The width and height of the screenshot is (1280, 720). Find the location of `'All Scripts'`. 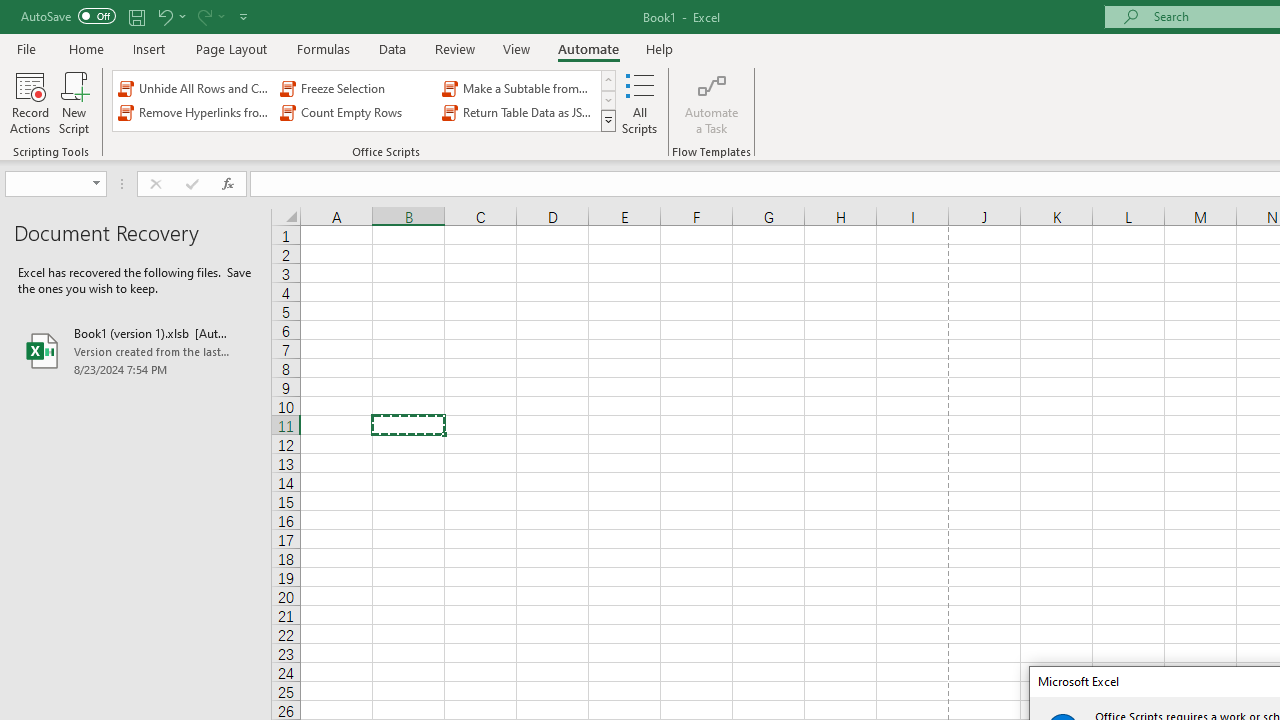

'All Scripts' is located at coordinates (640, 103).